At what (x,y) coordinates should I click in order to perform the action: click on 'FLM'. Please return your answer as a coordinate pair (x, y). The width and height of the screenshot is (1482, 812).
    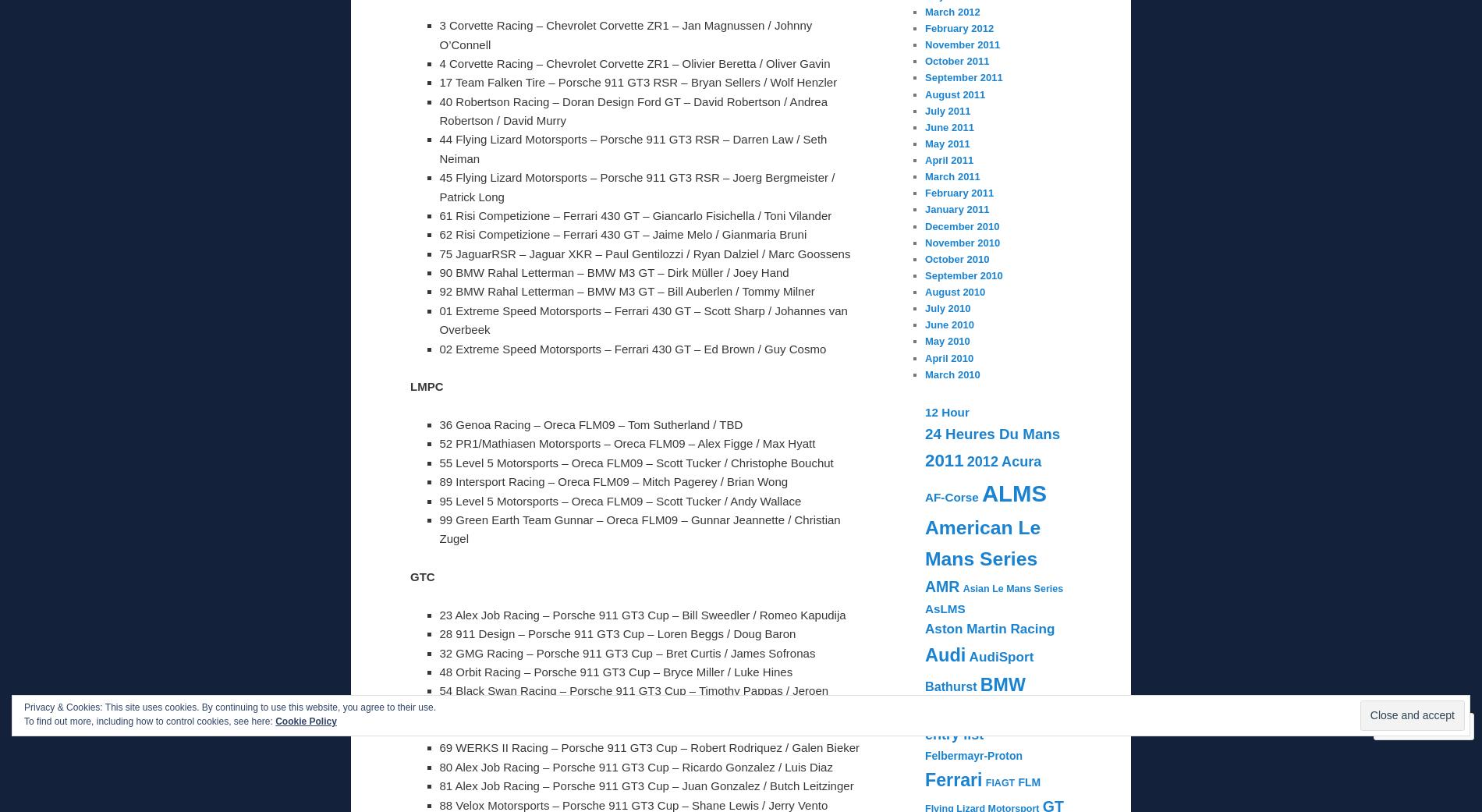
    Looking at the image, I should click on (1028, 781).